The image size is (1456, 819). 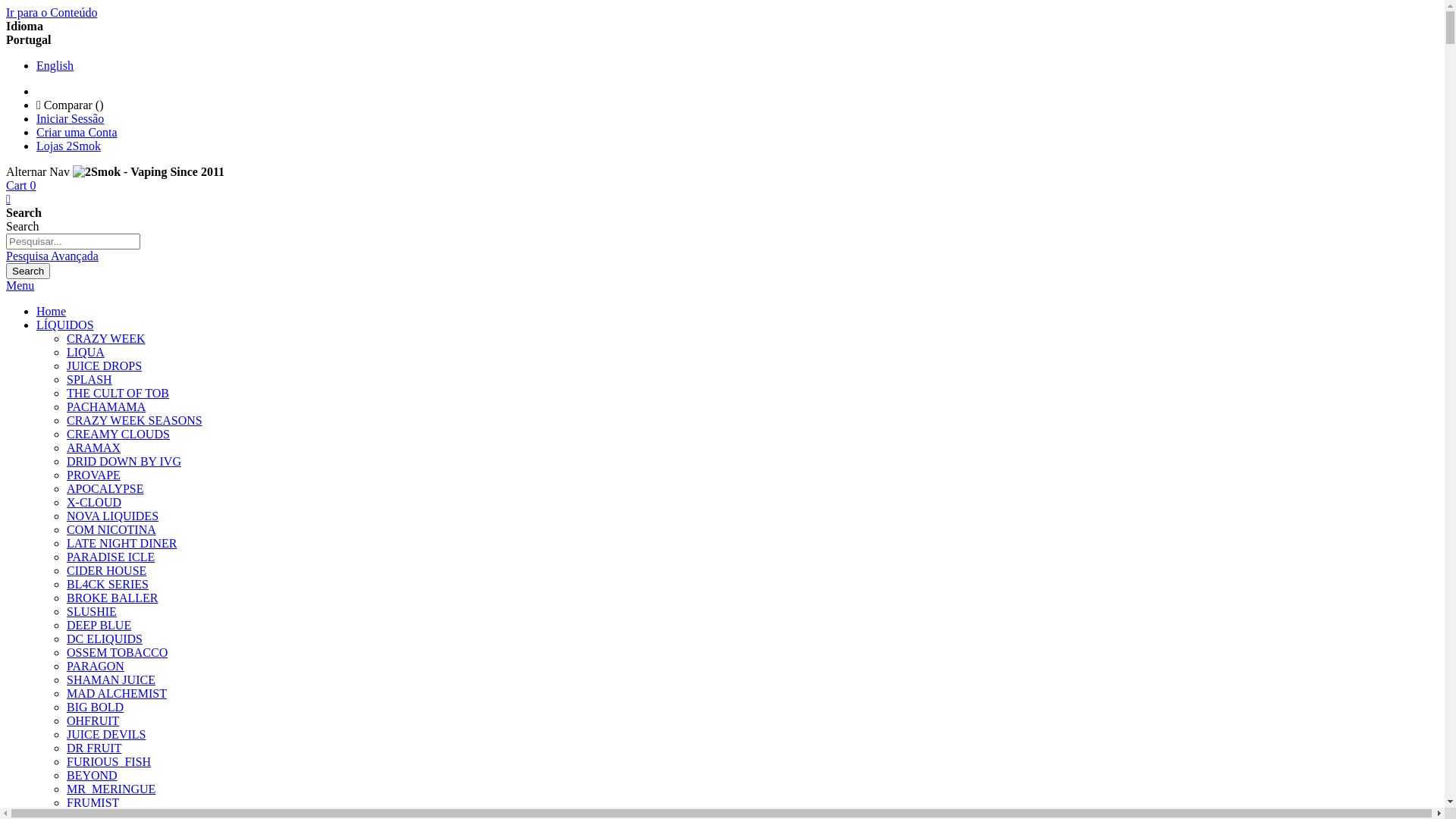 What do you see at coordinates (124, 460) in the screenshot?
I see `'DRID DOWN BY IVG'` at bounding box center [124, 460].